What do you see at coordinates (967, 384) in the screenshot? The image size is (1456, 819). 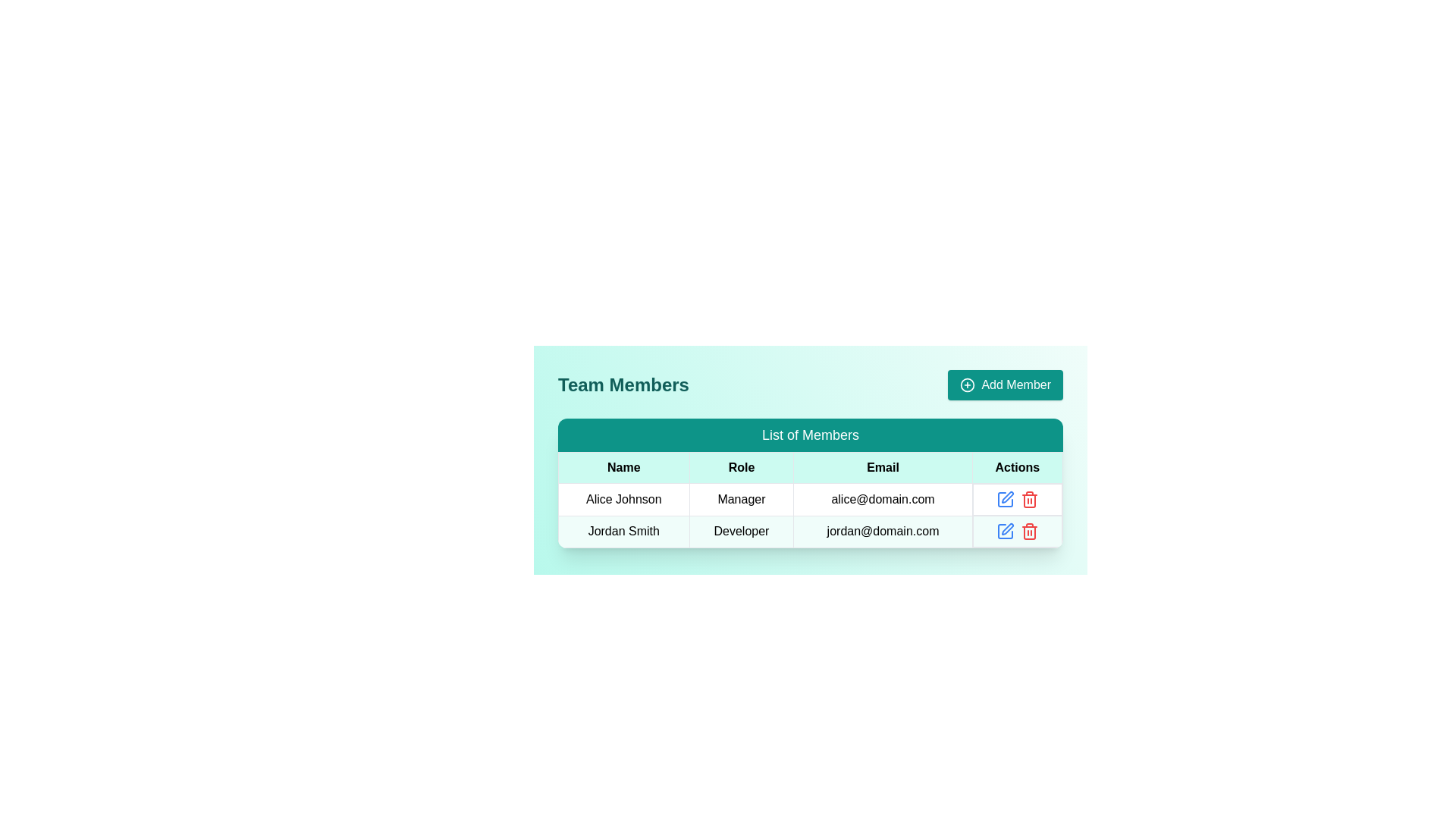 I see `the circle-plus icon located to the left of the 'Add Member' text within the button in the top-right corner of the interface` at bounding box center [967, 384].